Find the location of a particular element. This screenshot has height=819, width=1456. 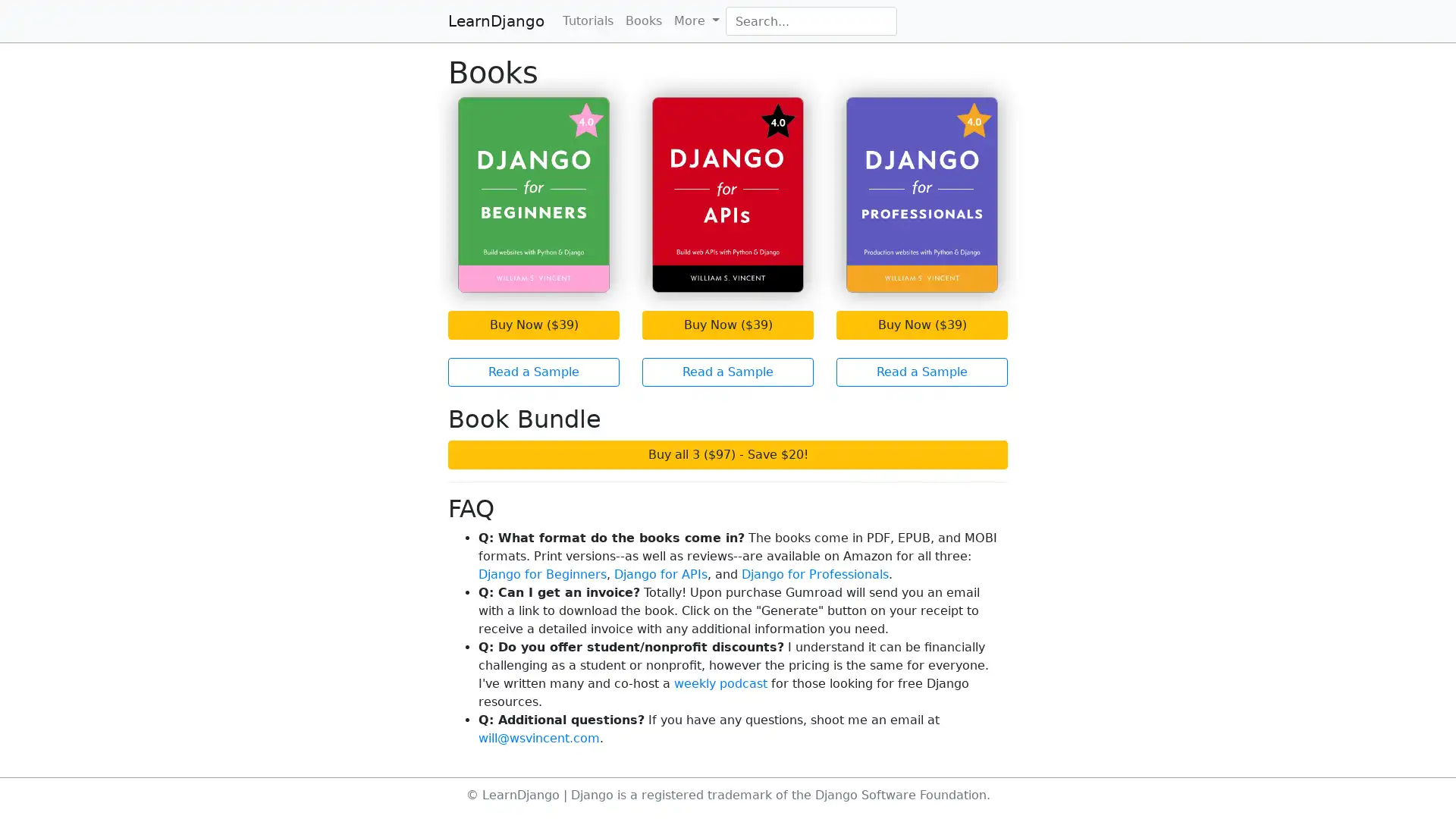

Buy Now ($39) is located at coordinates (728, 324).